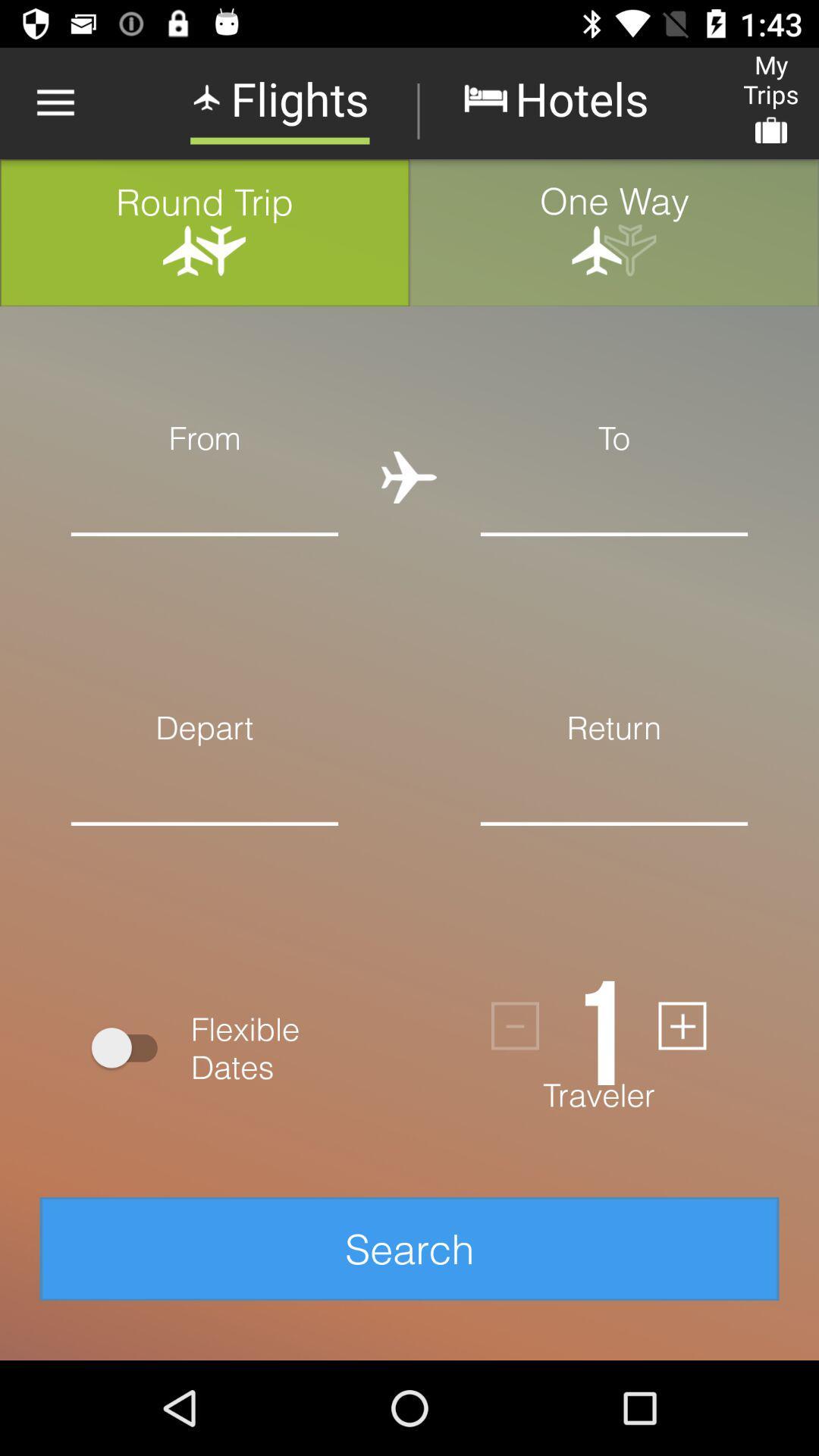 This screenshot has height=1456, width=819. I want to click on icon above the search item, so click(130, 1046).